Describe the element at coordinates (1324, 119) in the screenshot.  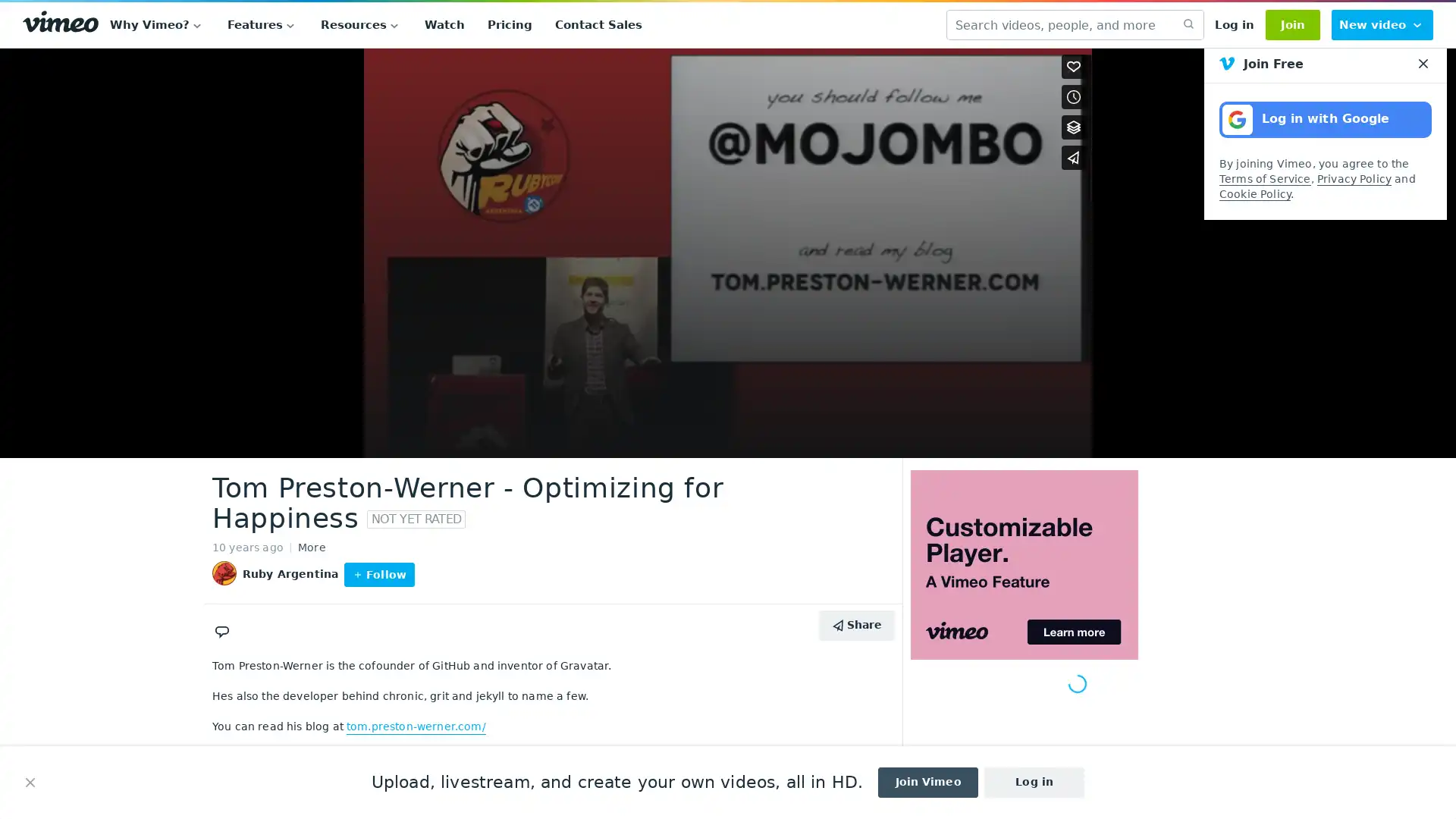
I see `Log in with Google` at that location.